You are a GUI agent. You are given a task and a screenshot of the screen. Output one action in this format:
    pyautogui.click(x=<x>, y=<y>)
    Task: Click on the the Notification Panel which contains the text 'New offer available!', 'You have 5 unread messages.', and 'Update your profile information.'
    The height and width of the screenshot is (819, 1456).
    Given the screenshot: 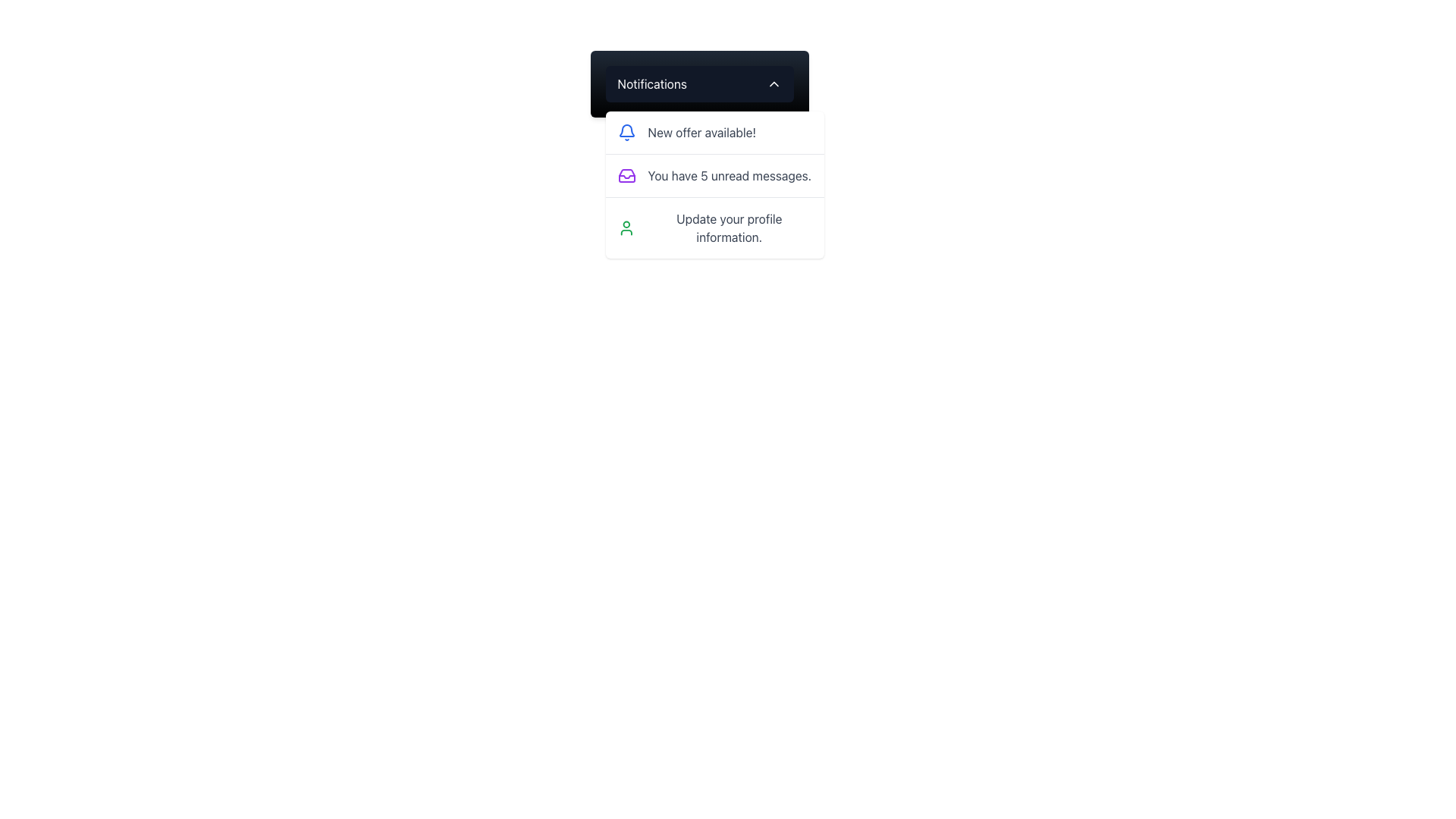 What is the action you would take?
    pyautogui.click(x=714, y=184)
    